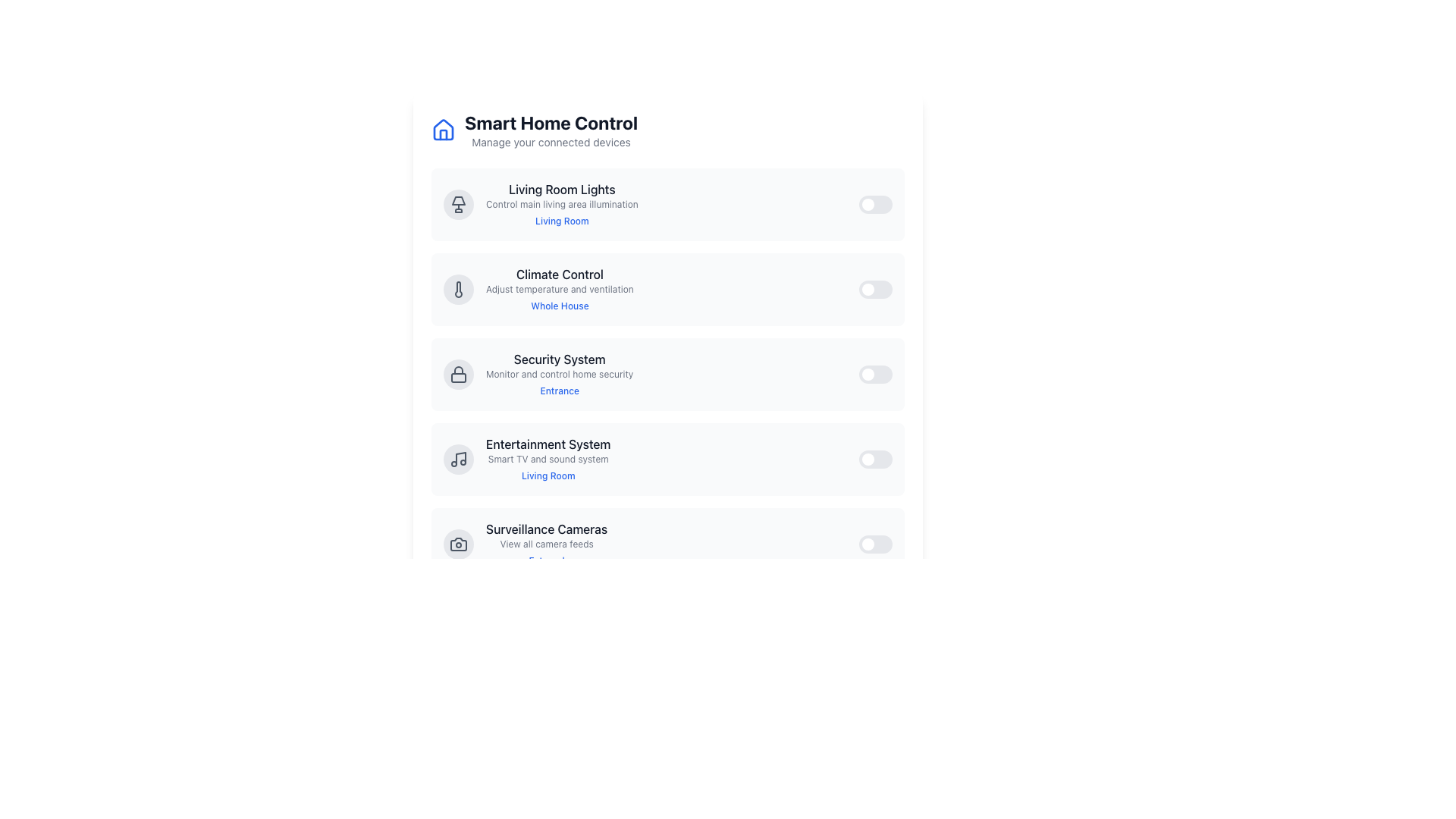 Image resolution: width=1456 pixels, height=819 pixels. I want to click on the house icon with a blue outline located to the left of the 'Smart Home Control' text in the top section of the interface, so click(443, 130).